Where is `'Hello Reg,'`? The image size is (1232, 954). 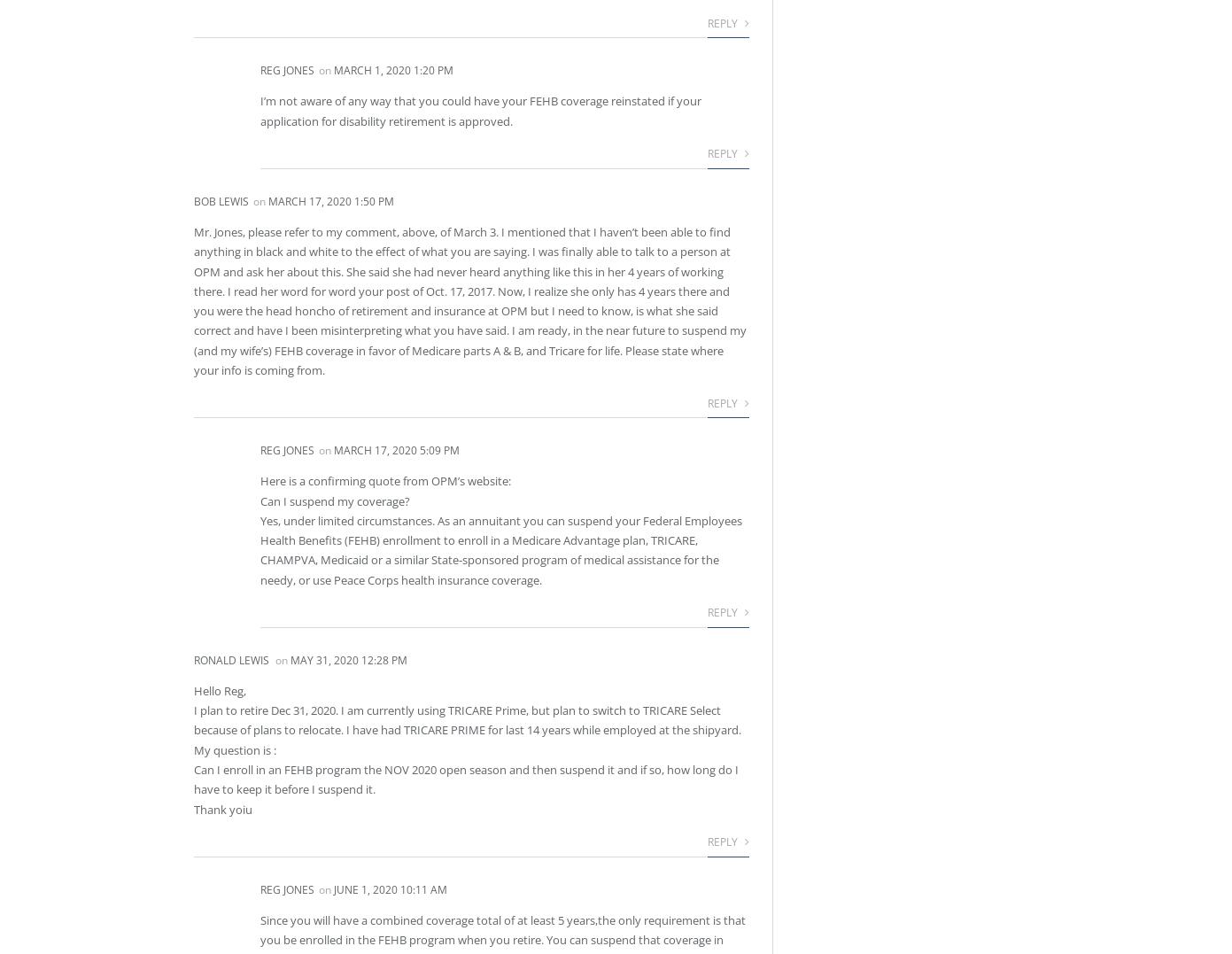 'Hello Reg,' is located at coordinates (219, 688).